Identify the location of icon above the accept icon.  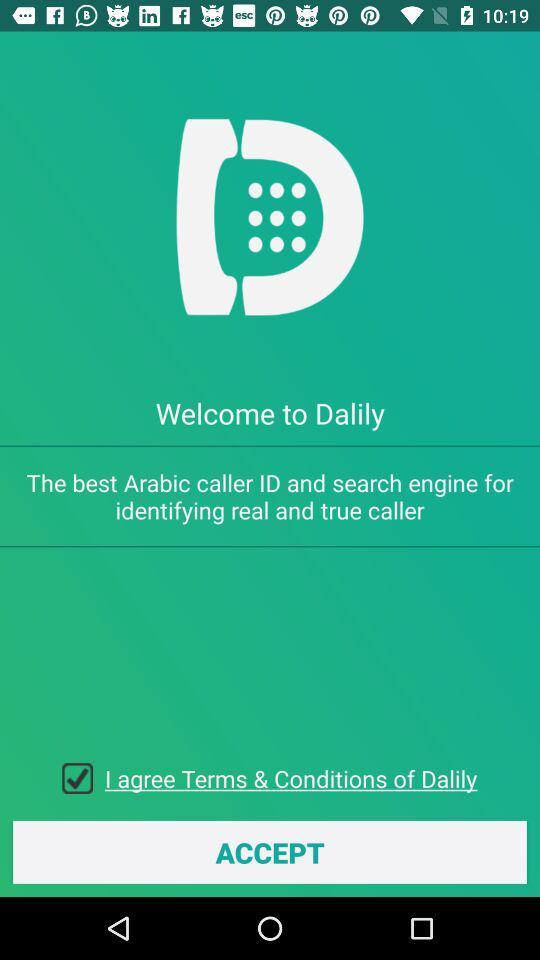
(82, 777).